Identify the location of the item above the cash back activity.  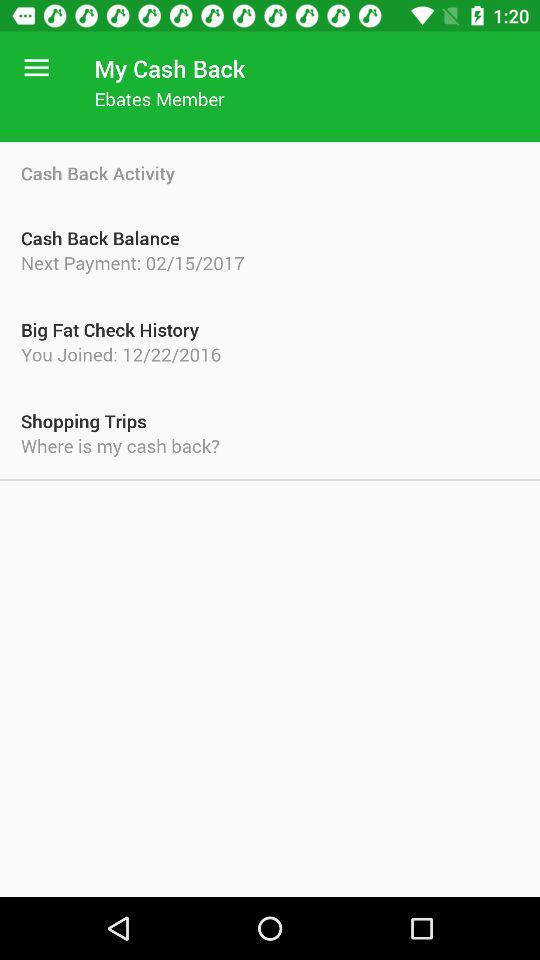
(36, 68).